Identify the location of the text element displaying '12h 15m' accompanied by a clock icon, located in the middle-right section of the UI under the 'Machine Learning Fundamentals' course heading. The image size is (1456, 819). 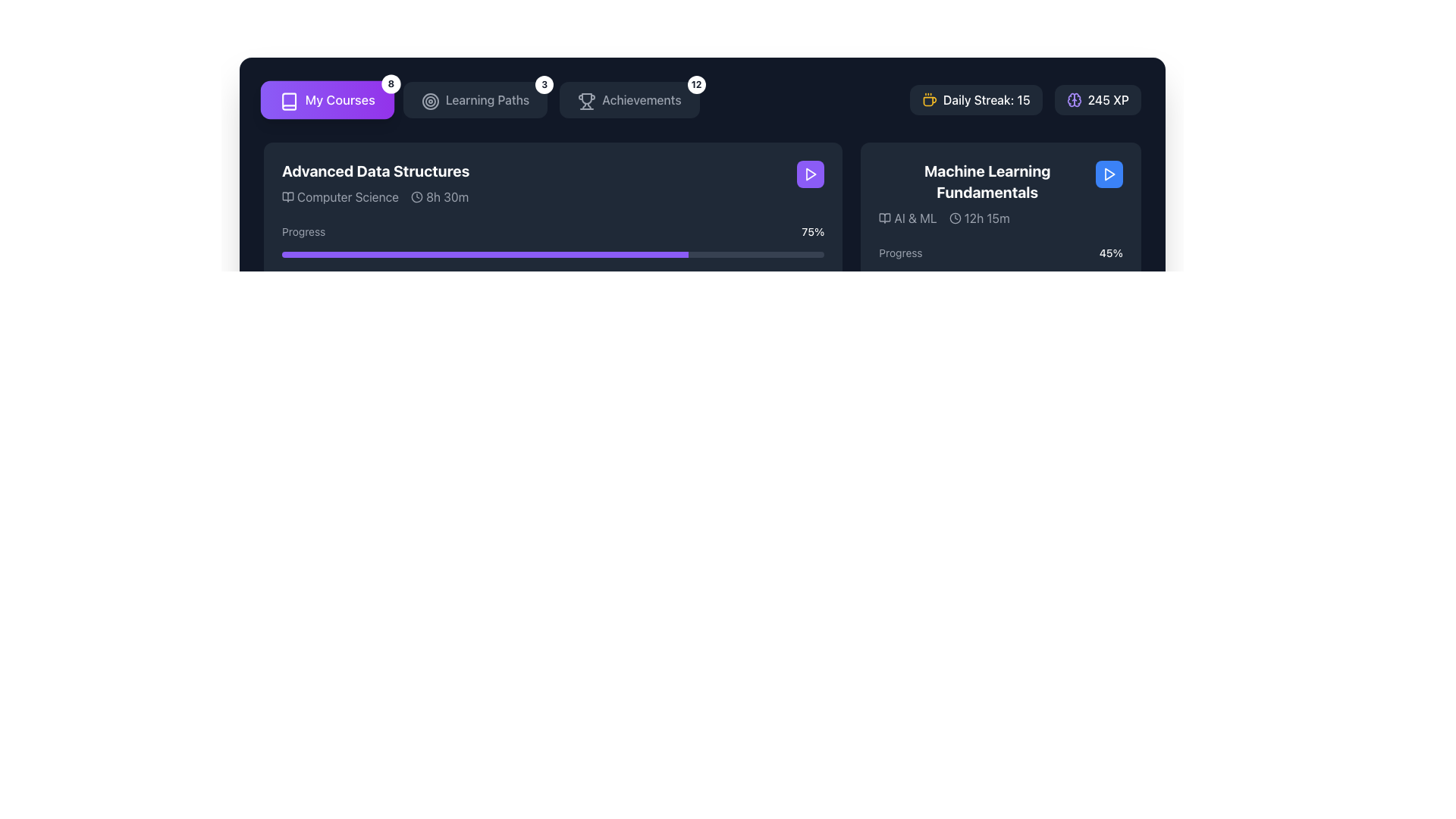
(979, 218).